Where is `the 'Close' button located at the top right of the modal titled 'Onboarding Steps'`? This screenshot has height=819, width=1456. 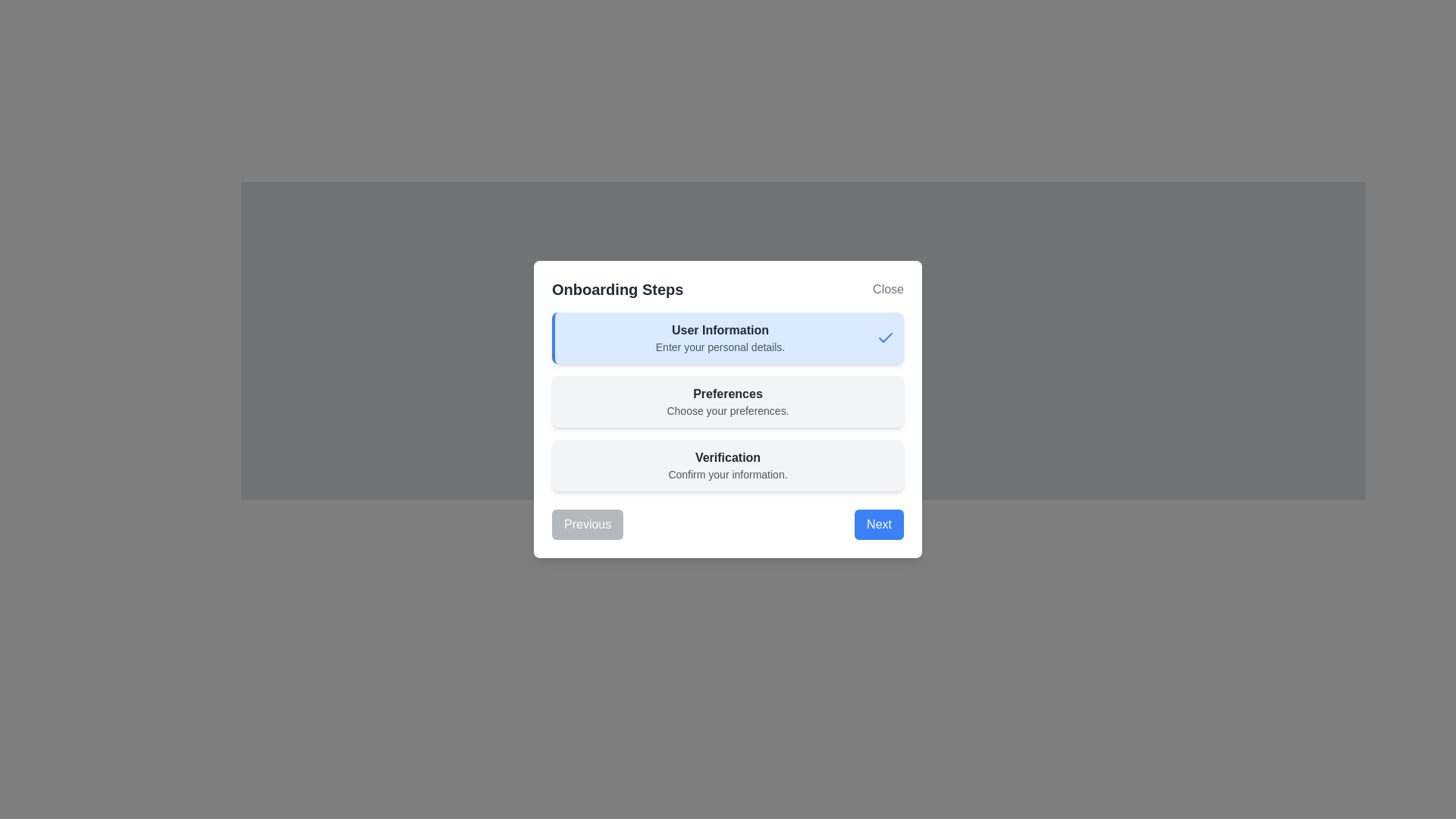
the 'Close' button located at the top right of the modal titled 'Onboarding Steps' is located at coordinates (728, 409).